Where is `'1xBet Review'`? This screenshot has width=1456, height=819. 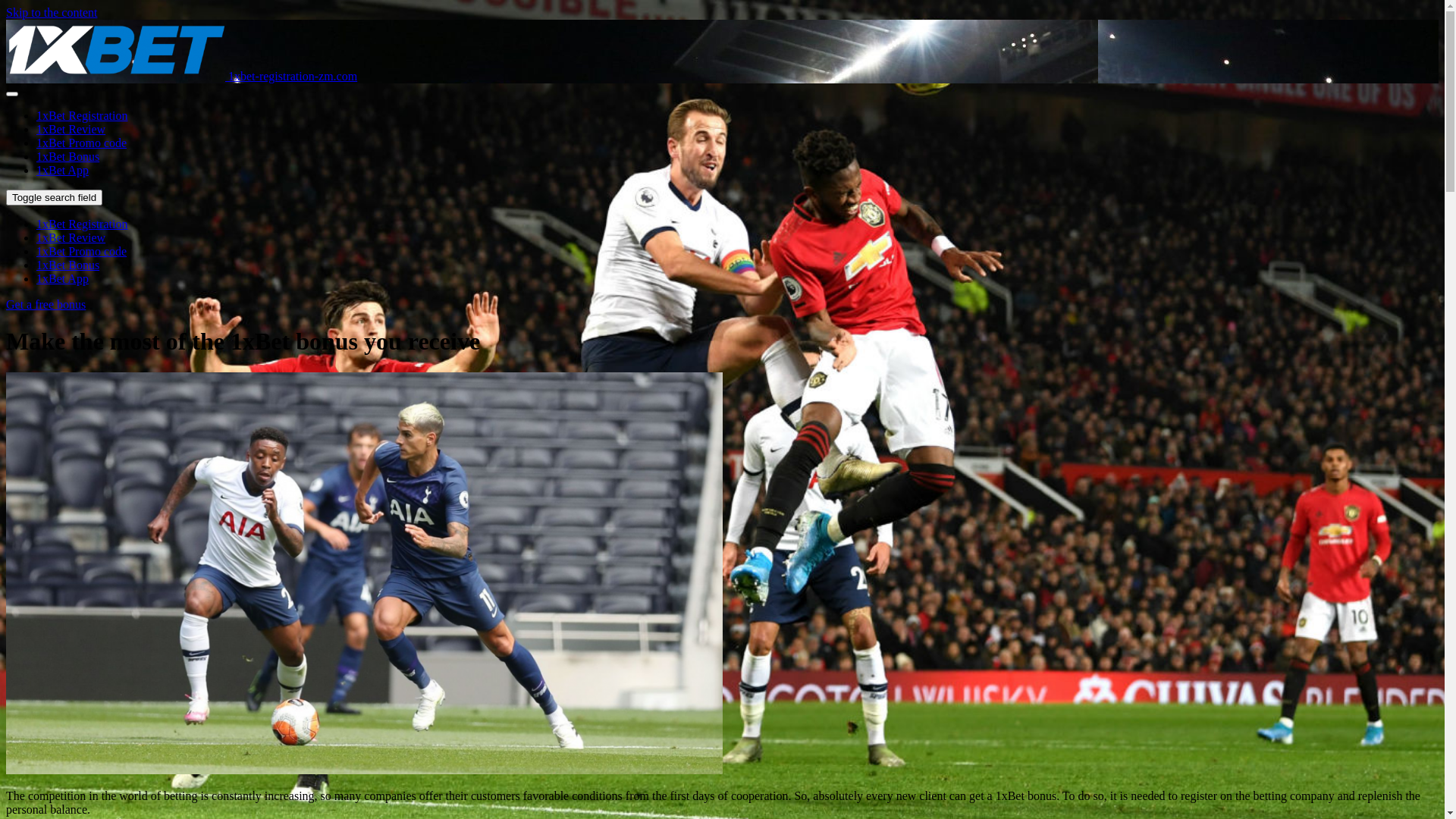
'1xBet Review' is located at coordinates (70, 128).